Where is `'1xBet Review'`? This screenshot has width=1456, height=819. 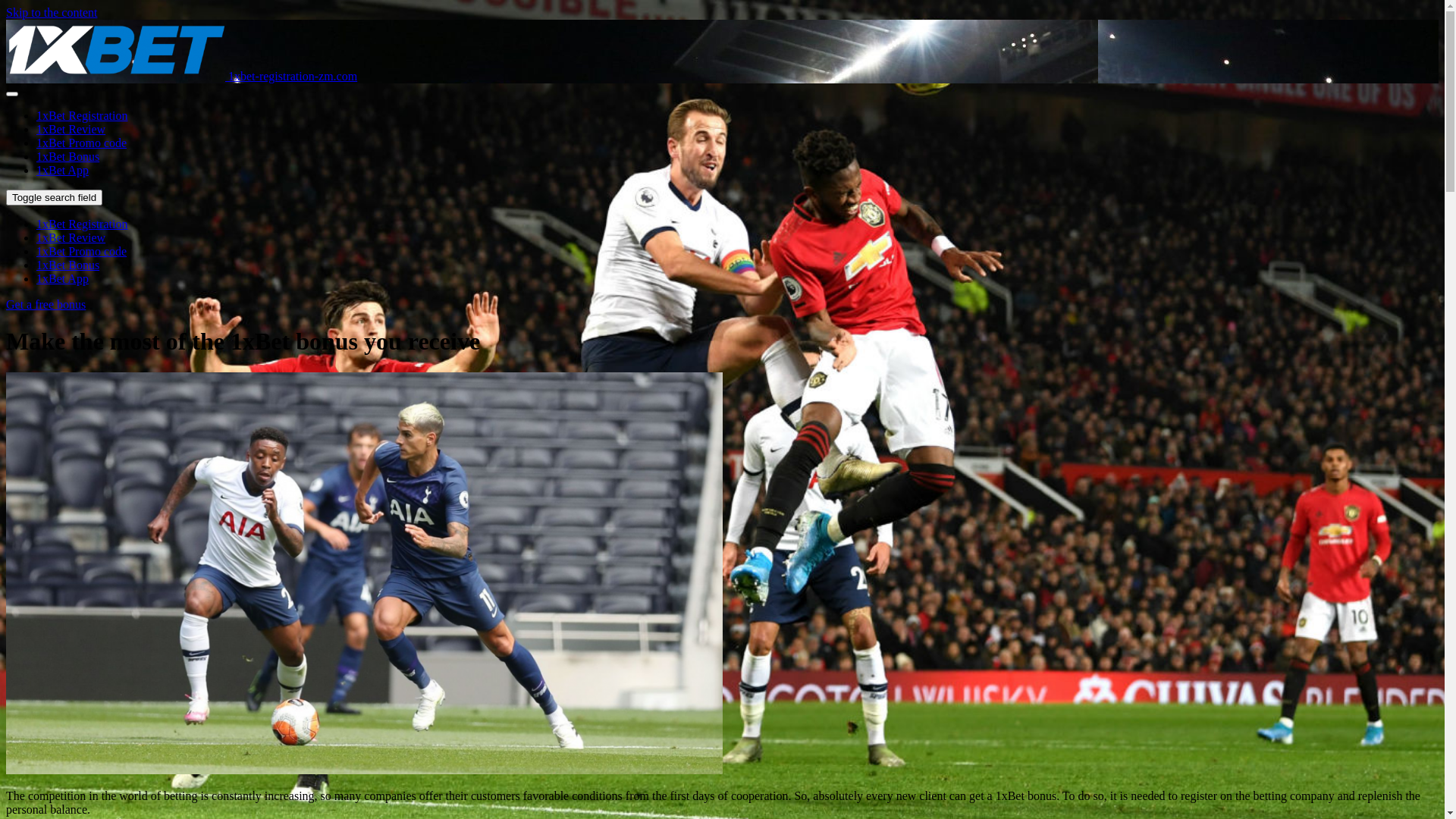
'1xBet Review' is located at coordinates (70, 128).